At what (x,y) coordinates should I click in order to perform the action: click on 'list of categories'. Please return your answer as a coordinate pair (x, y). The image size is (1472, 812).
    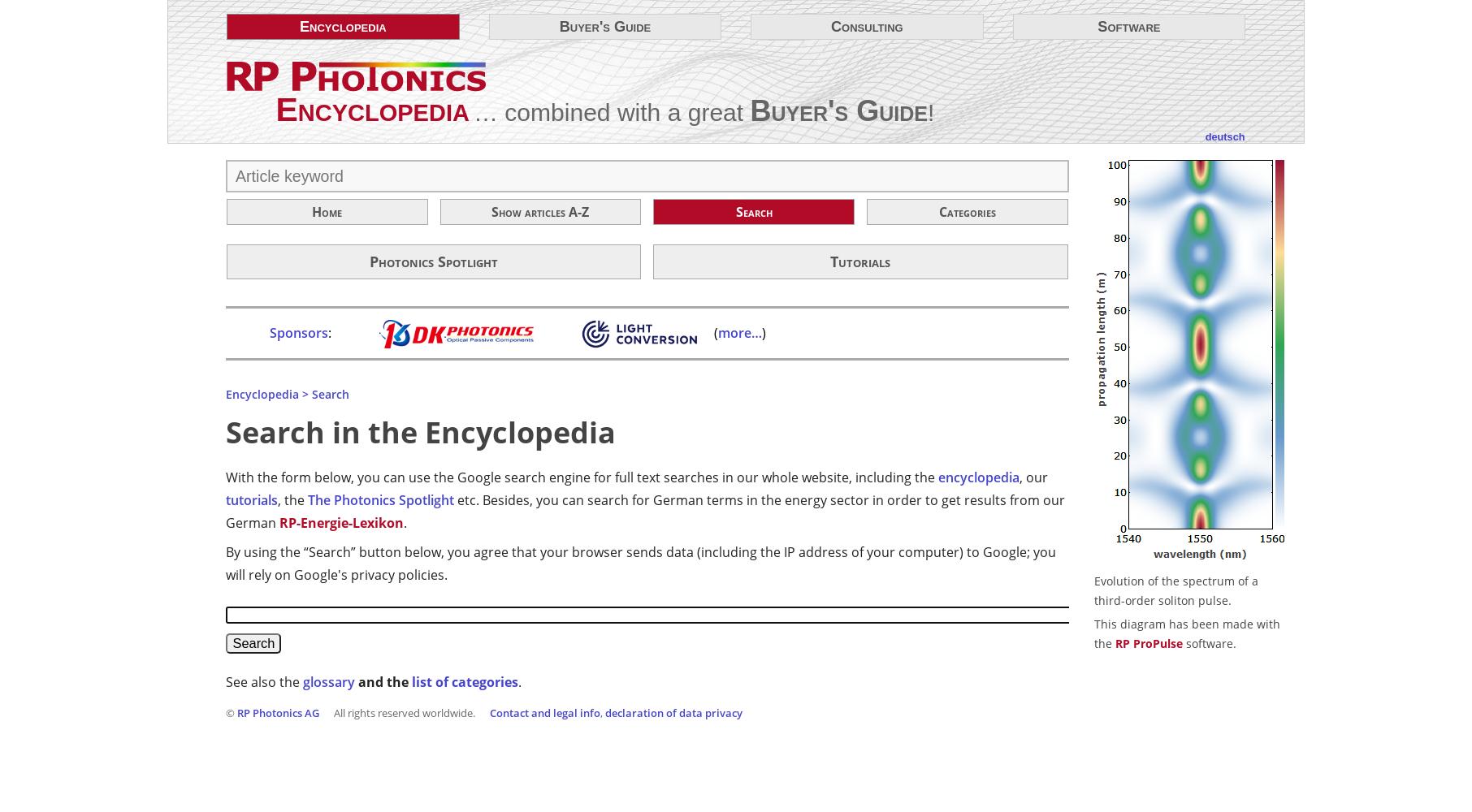
    Looking at the image, I should click on (464, 680).